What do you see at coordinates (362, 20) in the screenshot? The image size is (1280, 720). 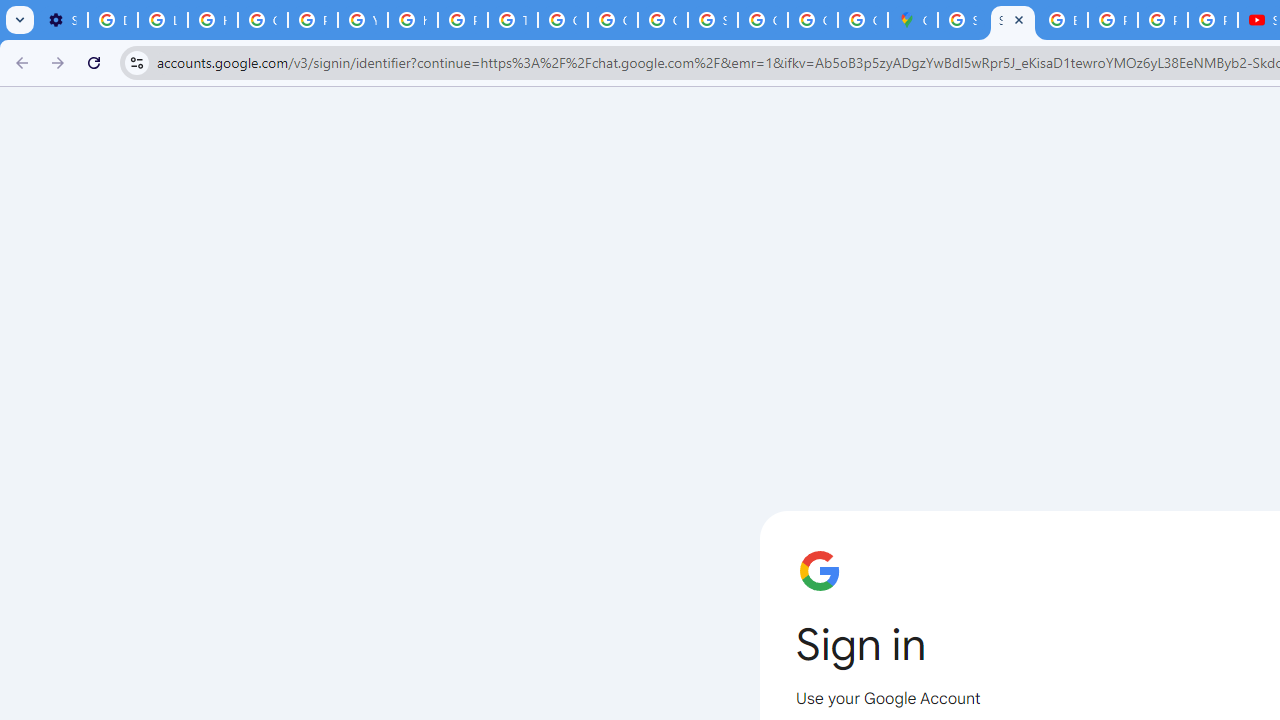 I see `'YouTube'` at bounding box center [362, 20].